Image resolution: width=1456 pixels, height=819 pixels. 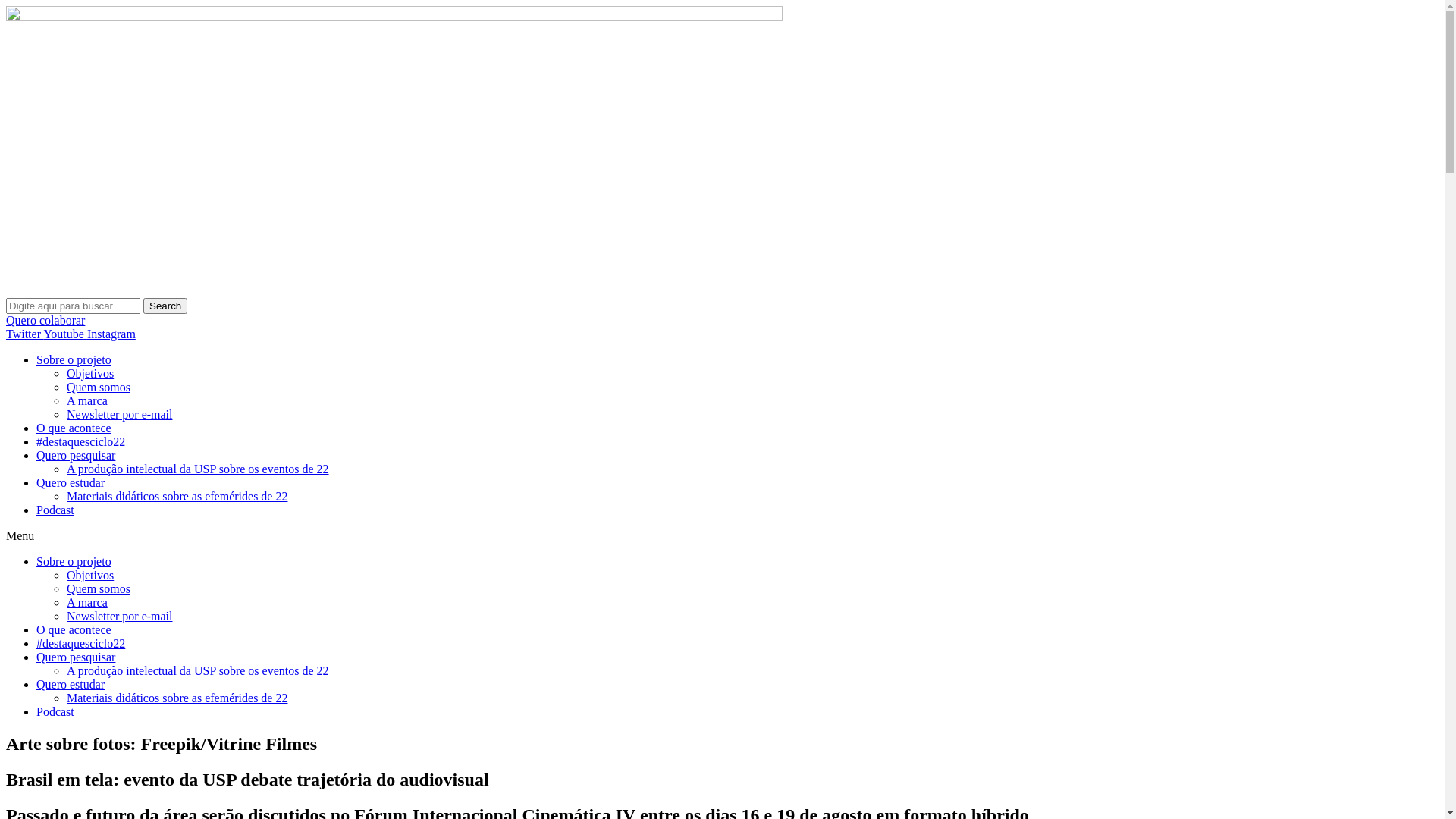 I want to click on 'Objetivos', so click(x=89, y=373).